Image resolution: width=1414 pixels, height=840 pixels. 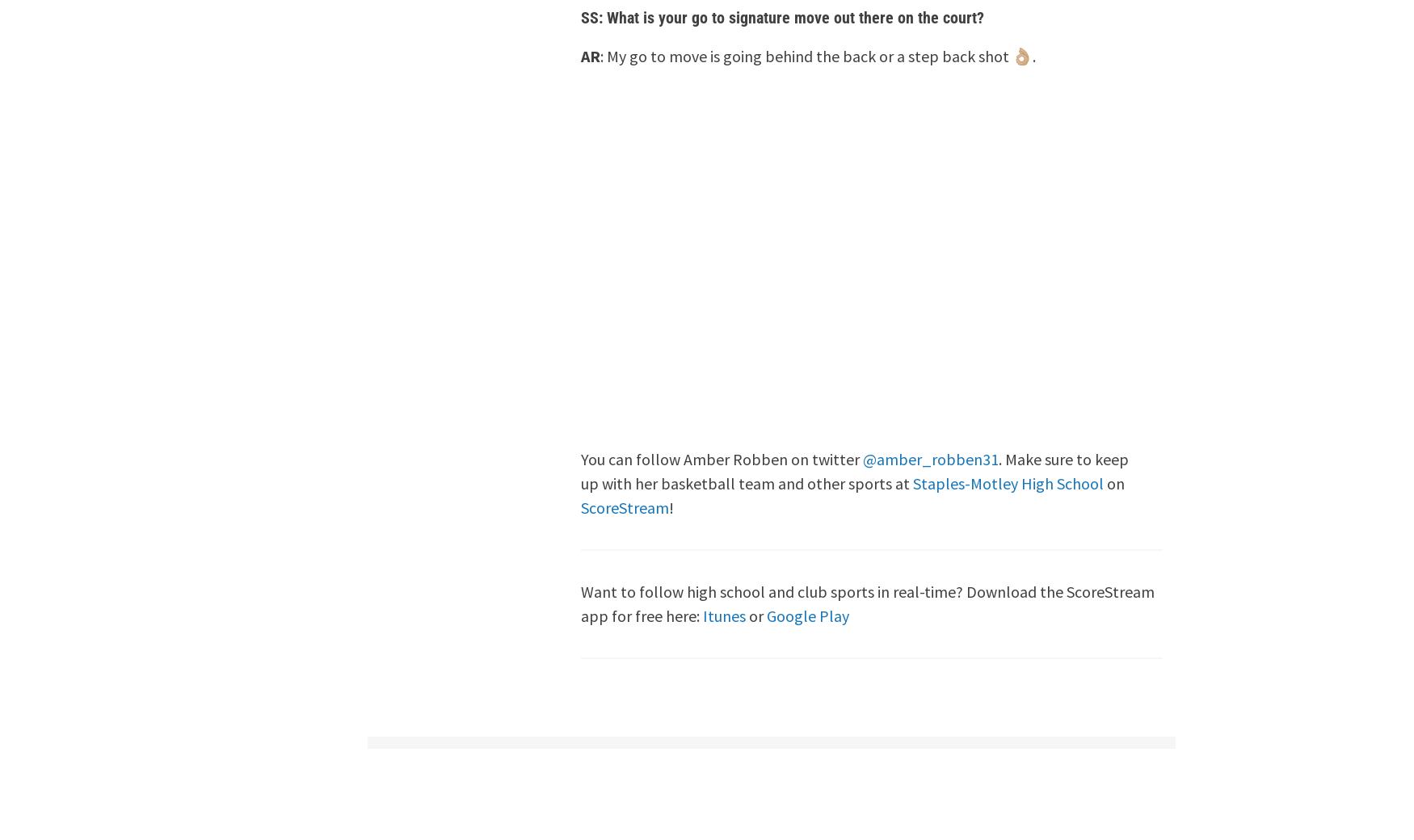 What do you see at coordinates (590, 54) in the screenshot?
I see `'AR'` at bounding box center [590, 54].